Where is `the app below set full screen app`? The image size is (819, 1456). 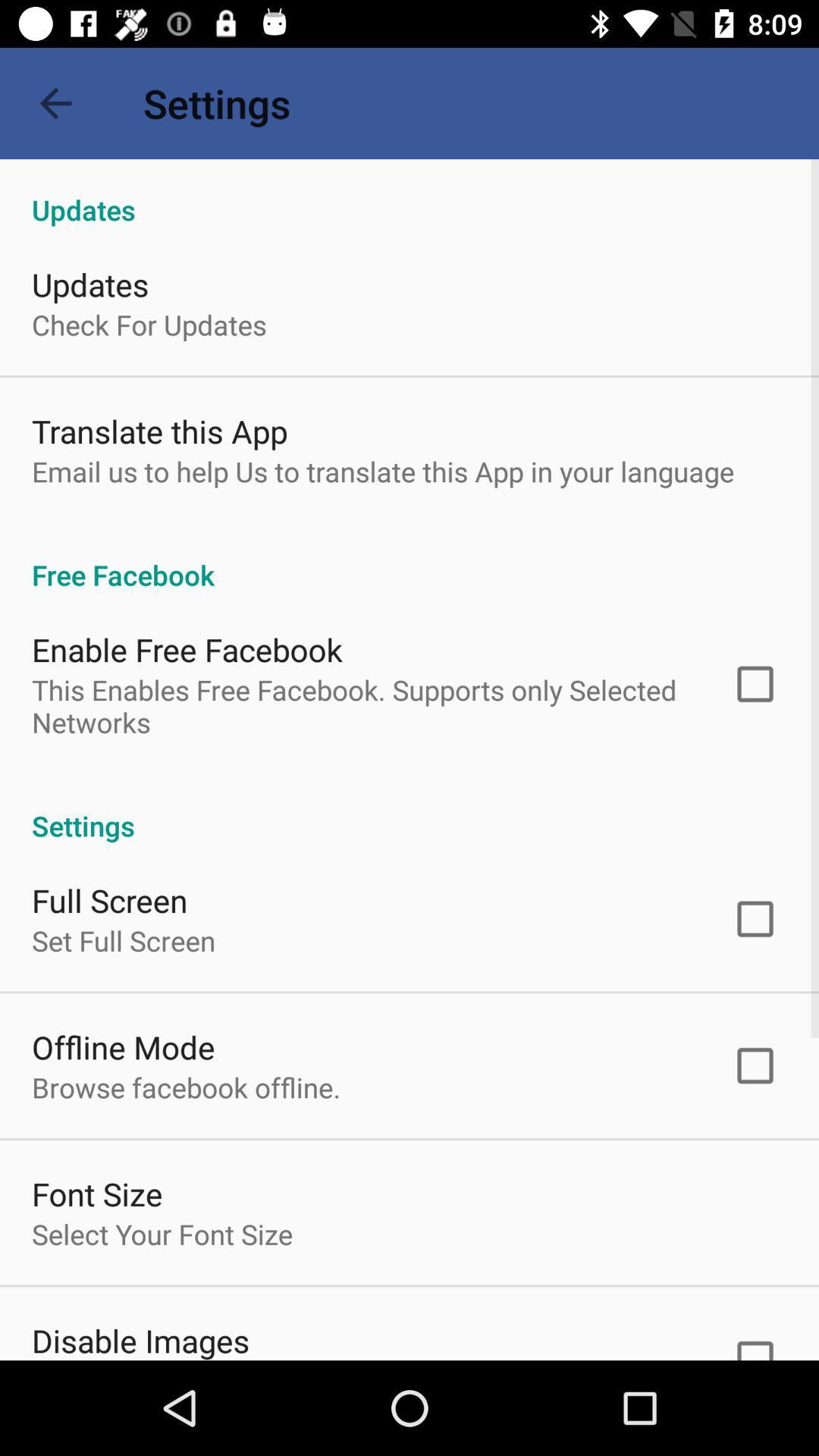 the app below set full screen app is located at coordinates (122, 1046).